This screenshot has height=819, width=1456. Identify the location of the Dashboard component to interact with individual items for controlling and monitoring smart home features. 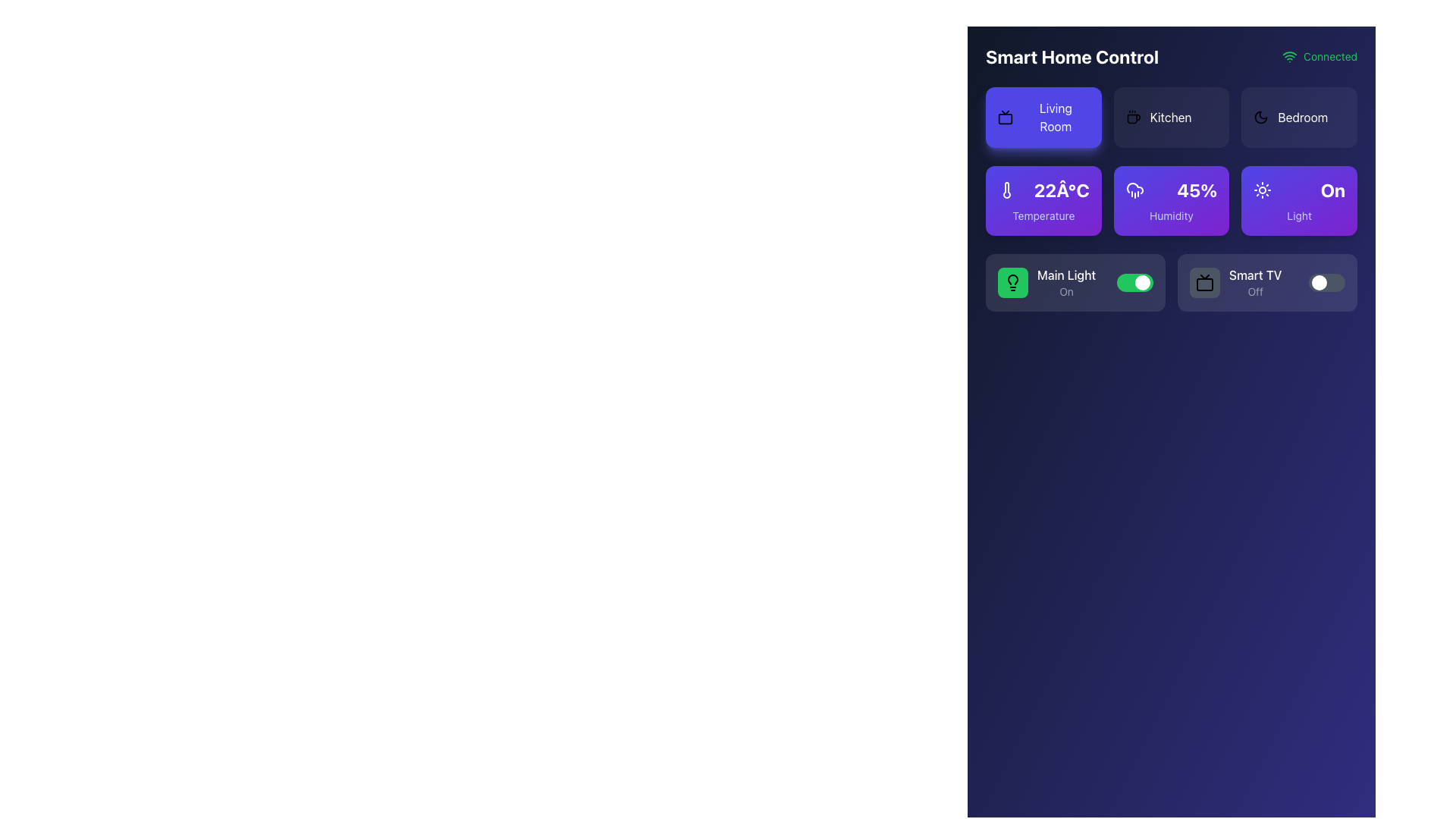
(1171, 177).